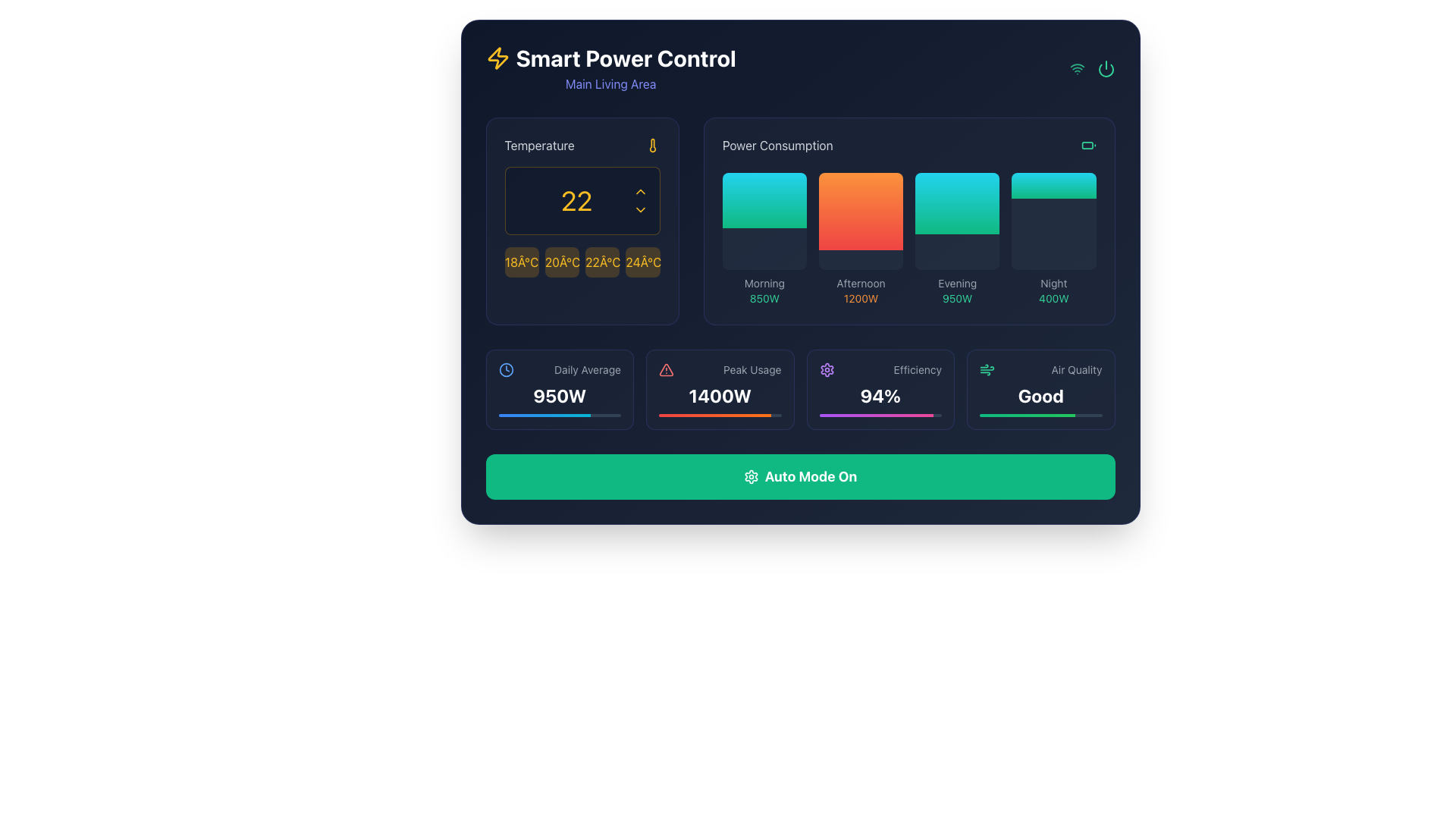 The height and width of the screenshot is (819, 1456). What do you see at coordinates (714, 415) in the screenshot?
I see `the rectangular progress bar with a gradient background transitioning from red to orange in the Efficiency section of the interface` at bounding box center [714, 415].